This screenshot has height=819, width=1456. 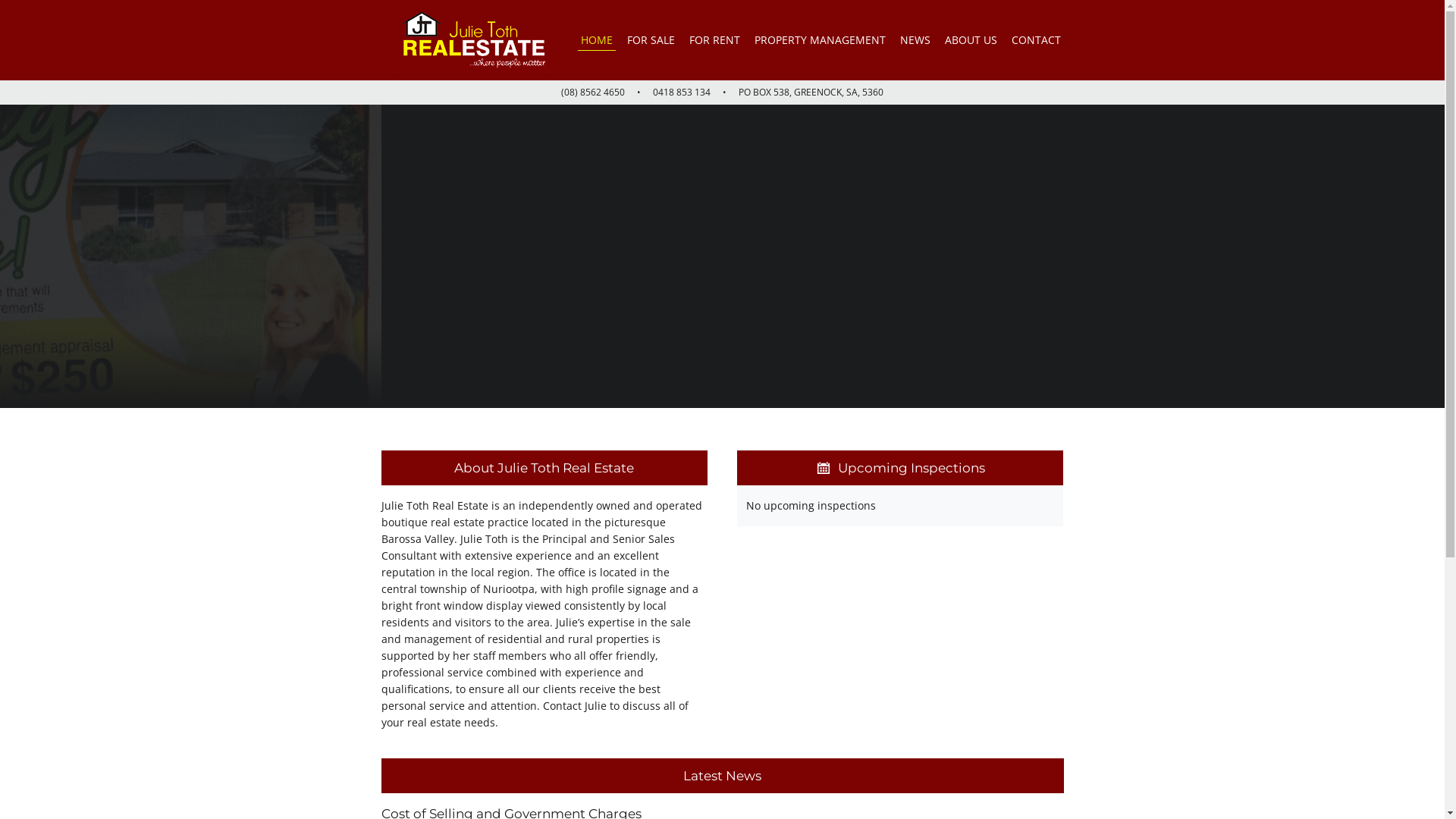 What do you see at coordinates (650, 39) in the screenshot?
I see `'FOR SALE'` at bounding box center [650, 39].